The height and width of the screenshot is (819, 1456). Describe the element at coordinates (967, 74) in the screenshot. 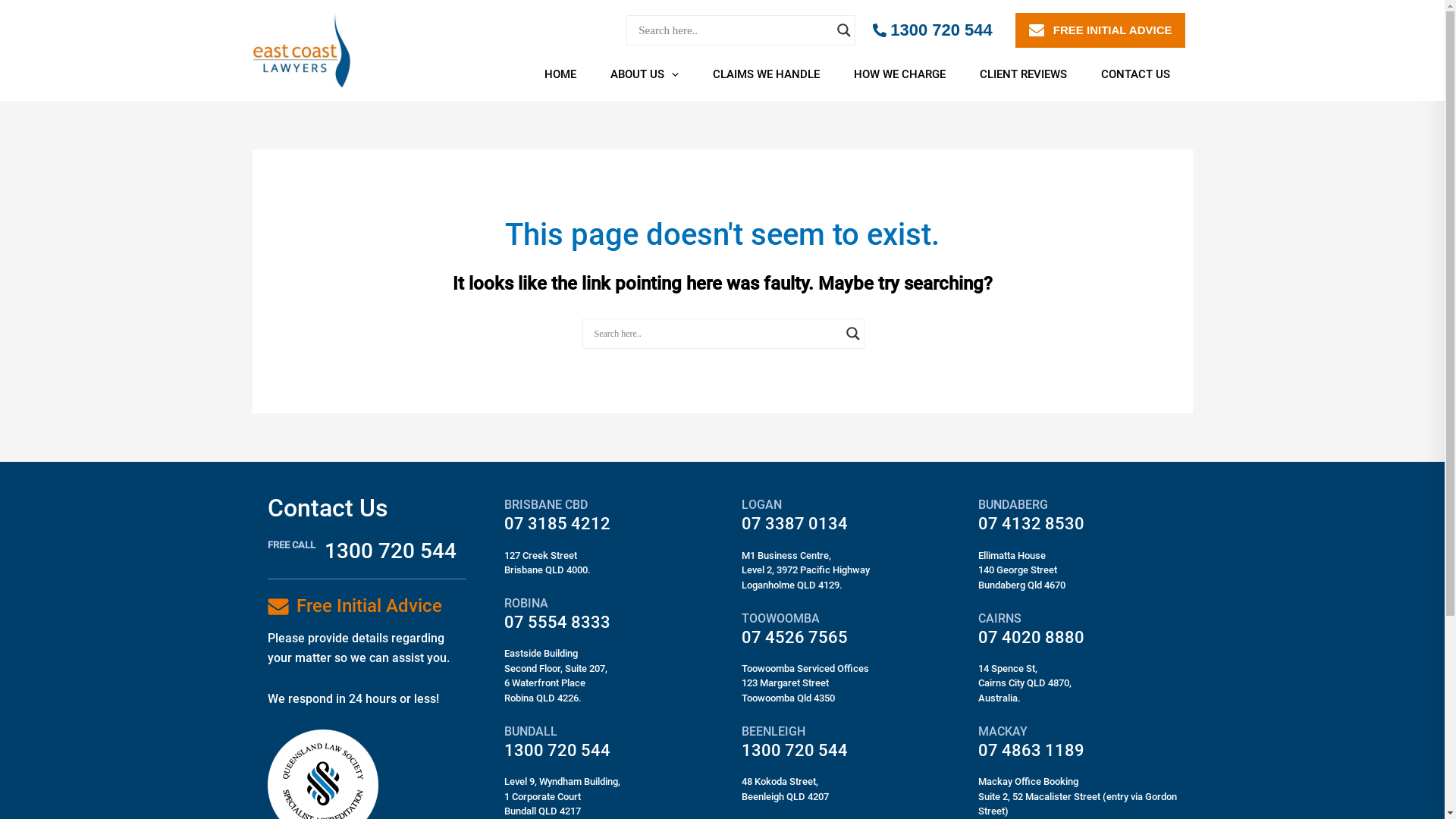

I see `'CLIENT REVIEWS'` at that location.